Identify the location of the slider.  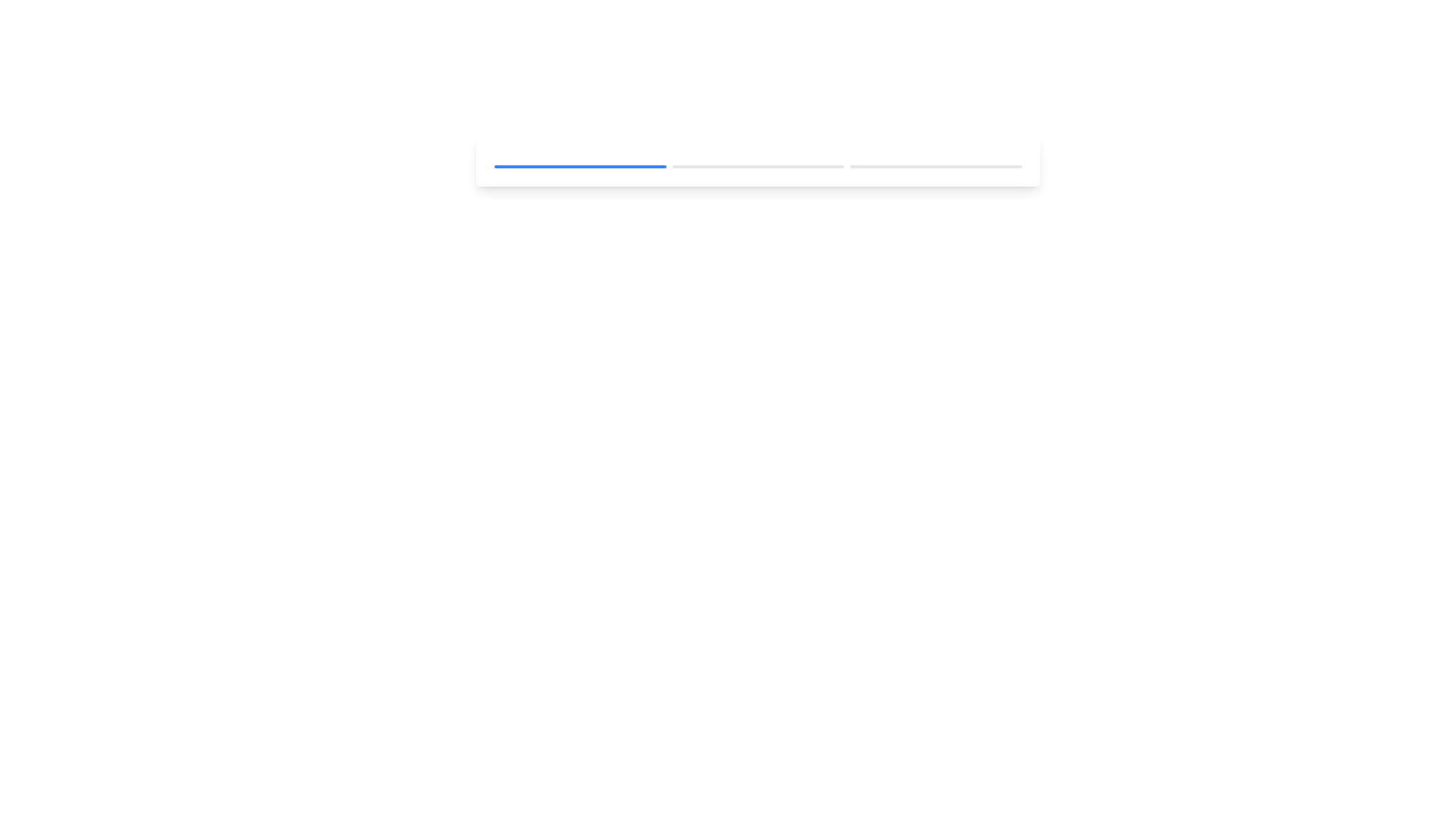
(683, 166).